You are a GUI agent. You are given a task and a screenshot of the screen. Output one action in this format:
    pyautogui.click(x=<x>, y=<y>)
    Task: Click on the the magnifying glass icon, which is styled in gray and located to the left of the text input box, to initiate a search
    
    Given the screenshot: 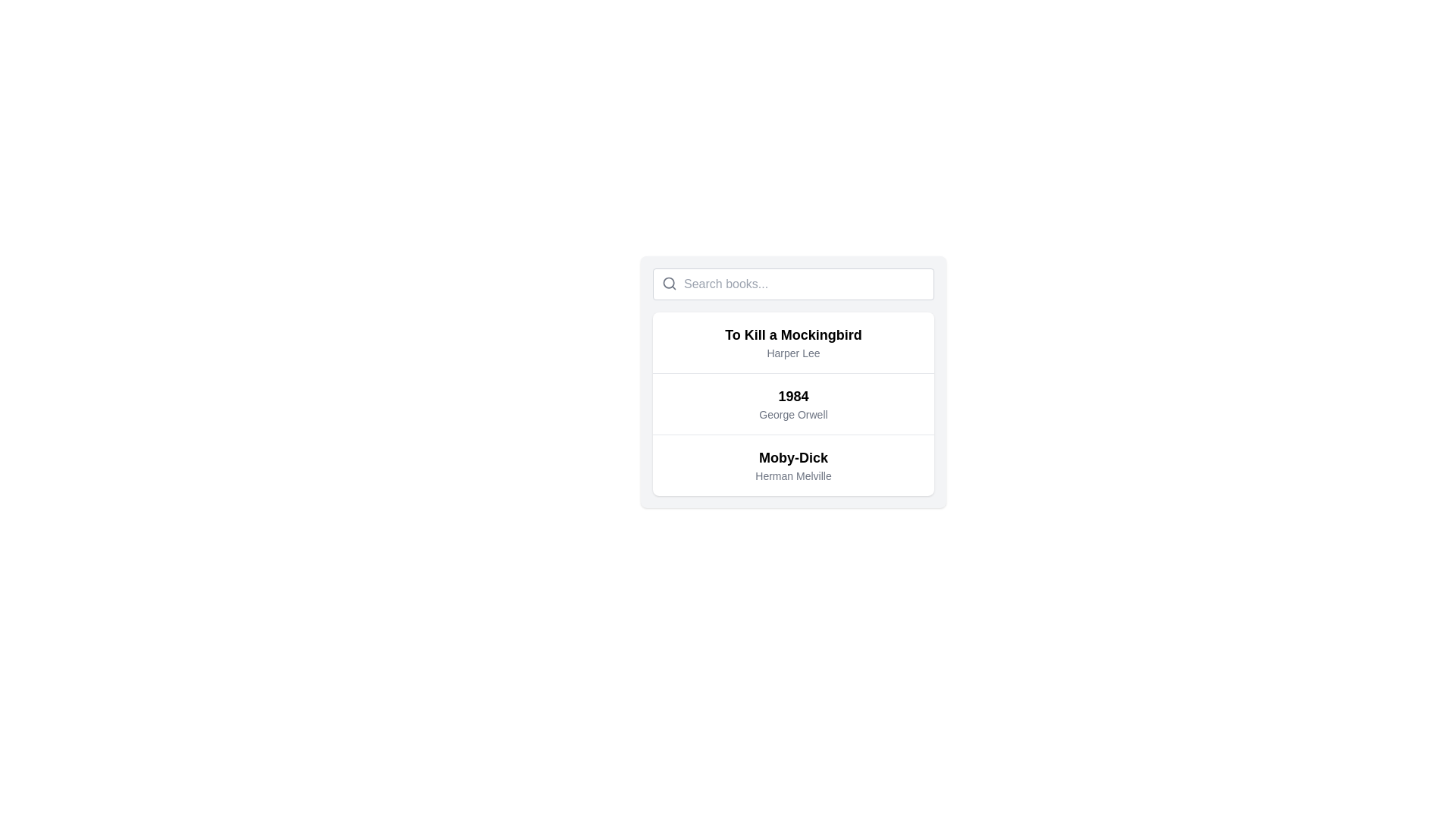 What is the action you would take?
    pyautogui.click(x=669, y=284)
    